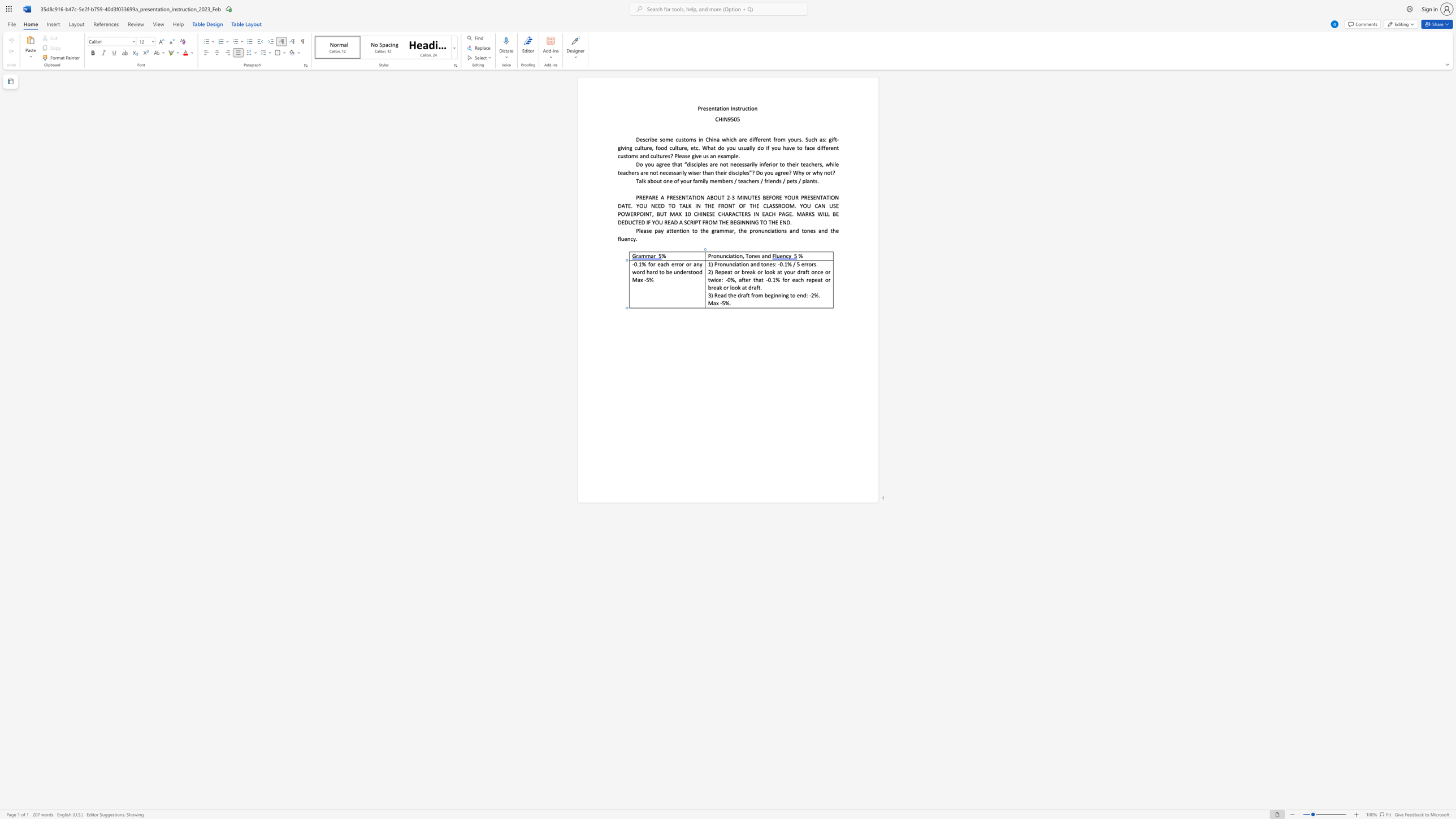 This screenshot has height=819, width=1456. I want to click on the 4th character "r" in the text, so click(813, 264).